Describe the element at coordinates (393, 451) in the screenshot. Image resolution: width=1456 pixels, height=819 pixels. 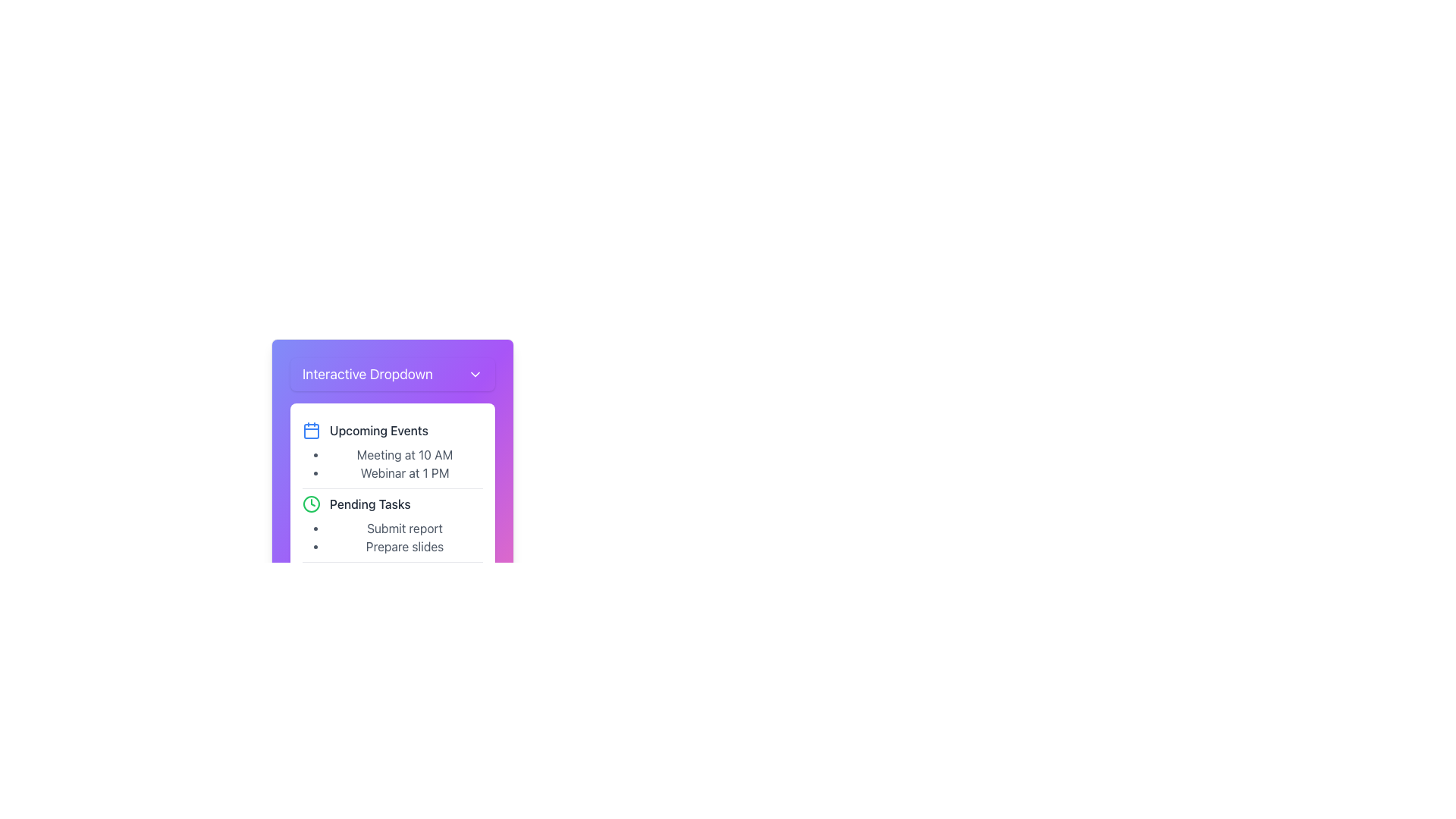
I see `text displayed in the 'Upcoming Events' section, which includes the header and two bullet points about upcoming meetings and webinars` at that location.